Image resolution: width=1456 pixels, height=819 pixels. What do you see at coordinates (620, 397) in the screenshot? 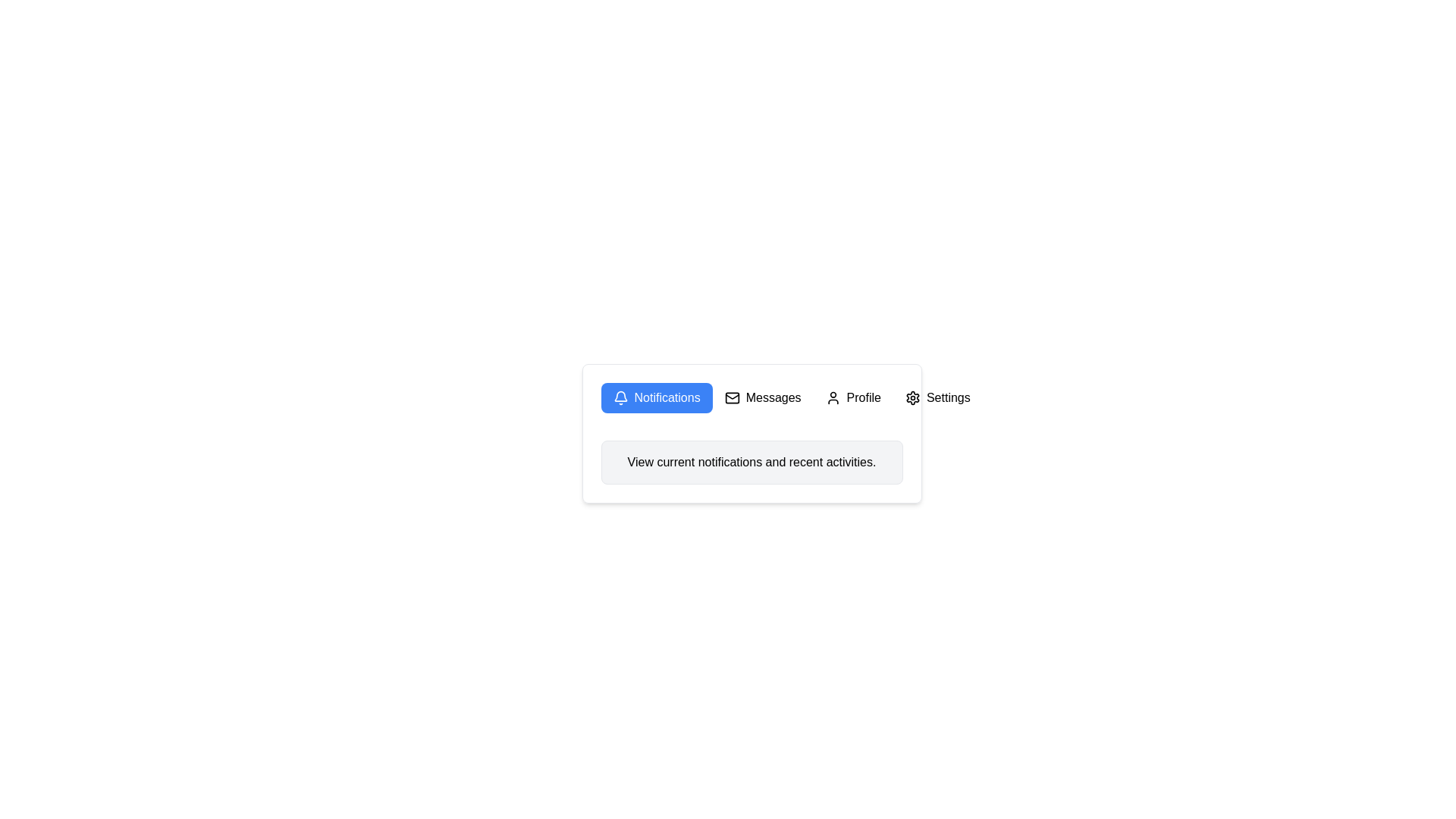
I see `the stylized bell icon located at the leftmost side of the blue 'Notifications' button` at bounding box center [620, 397].